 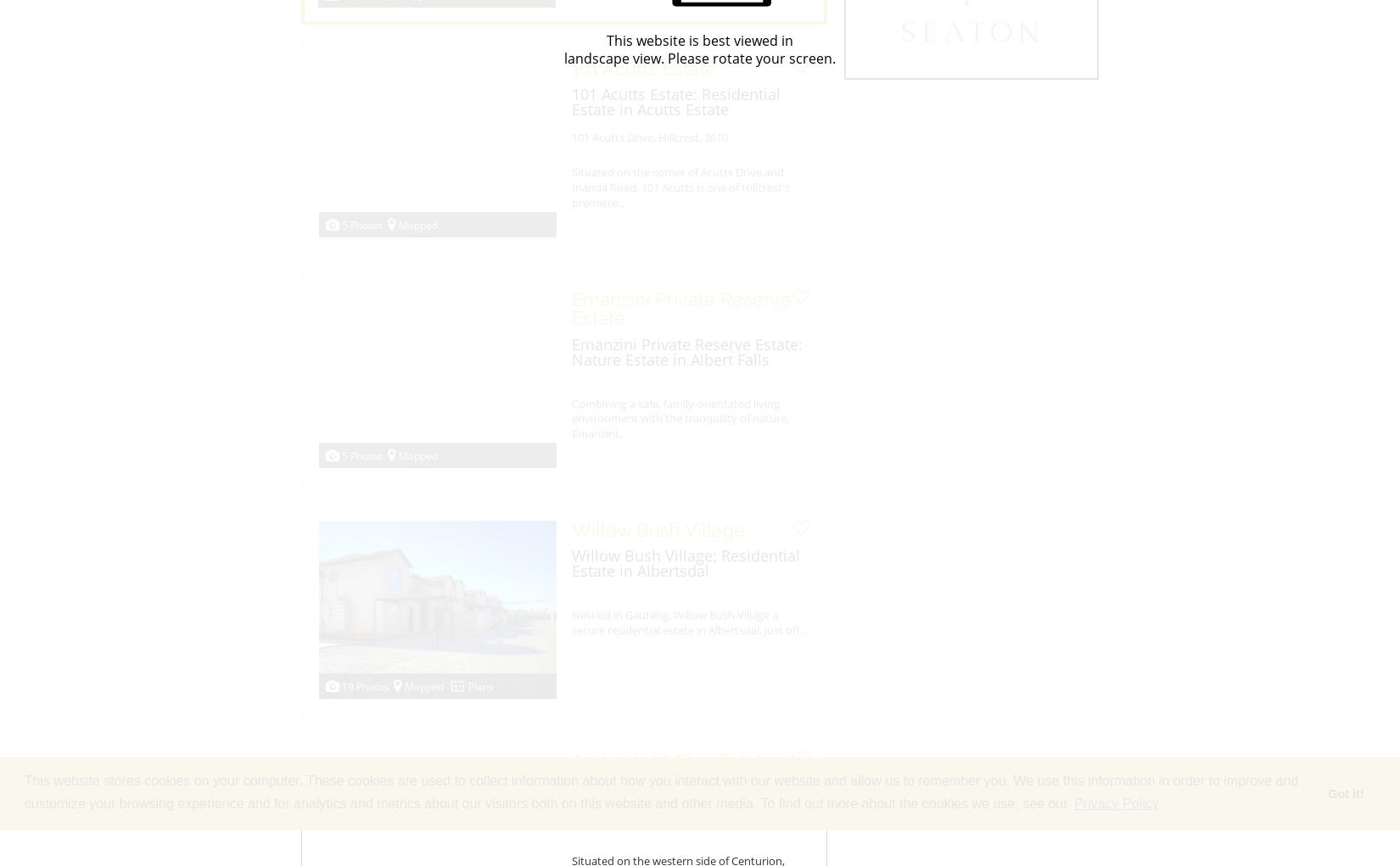 What do you see at coordinates (643, 67) in the screenshot?
I see `'101 Acutts Estate'` at bounding box center [643, 67].